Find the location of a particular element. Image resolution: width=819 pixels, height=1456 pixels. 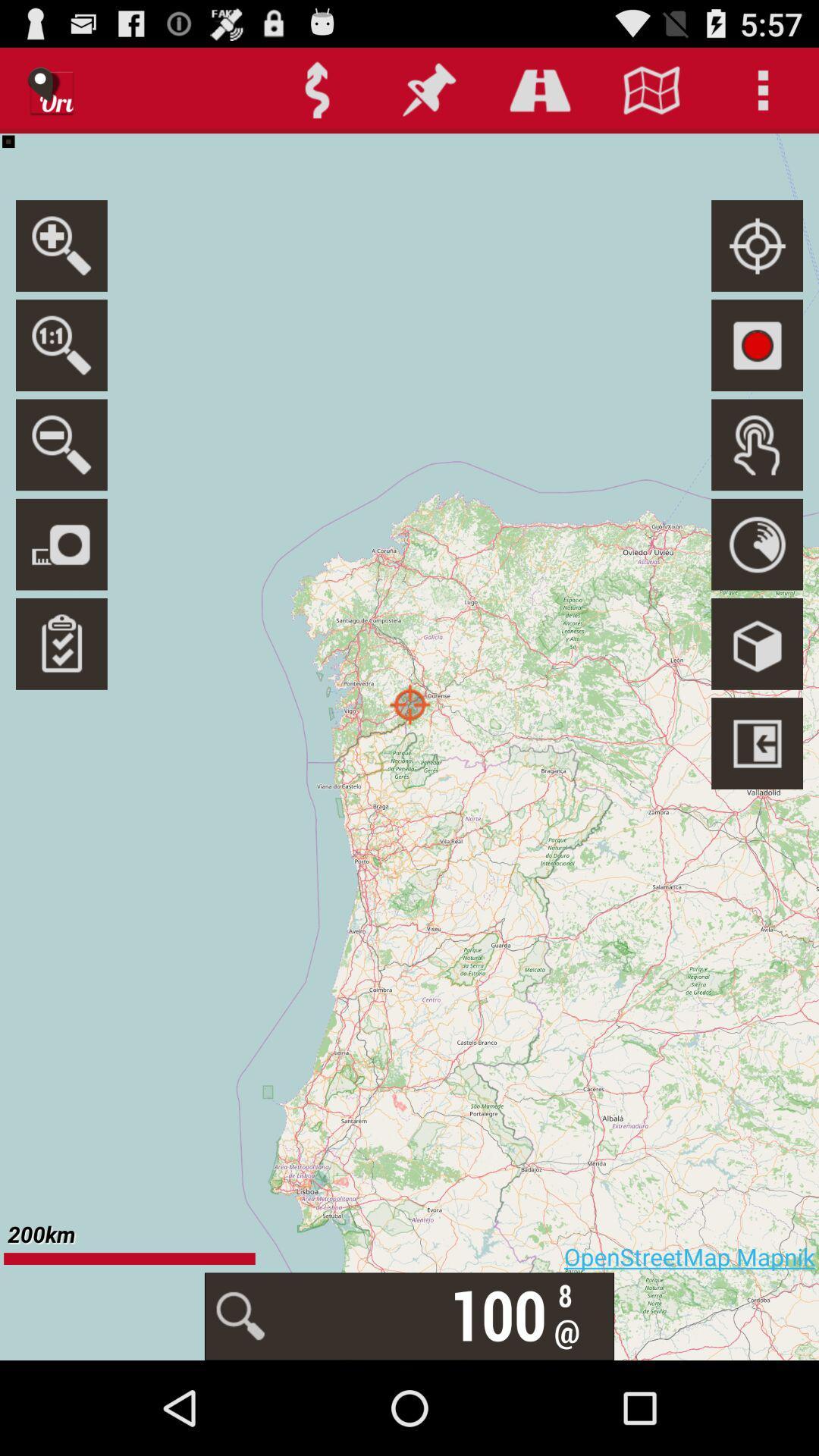

the avatar icon is located at coordinates (757, 475).